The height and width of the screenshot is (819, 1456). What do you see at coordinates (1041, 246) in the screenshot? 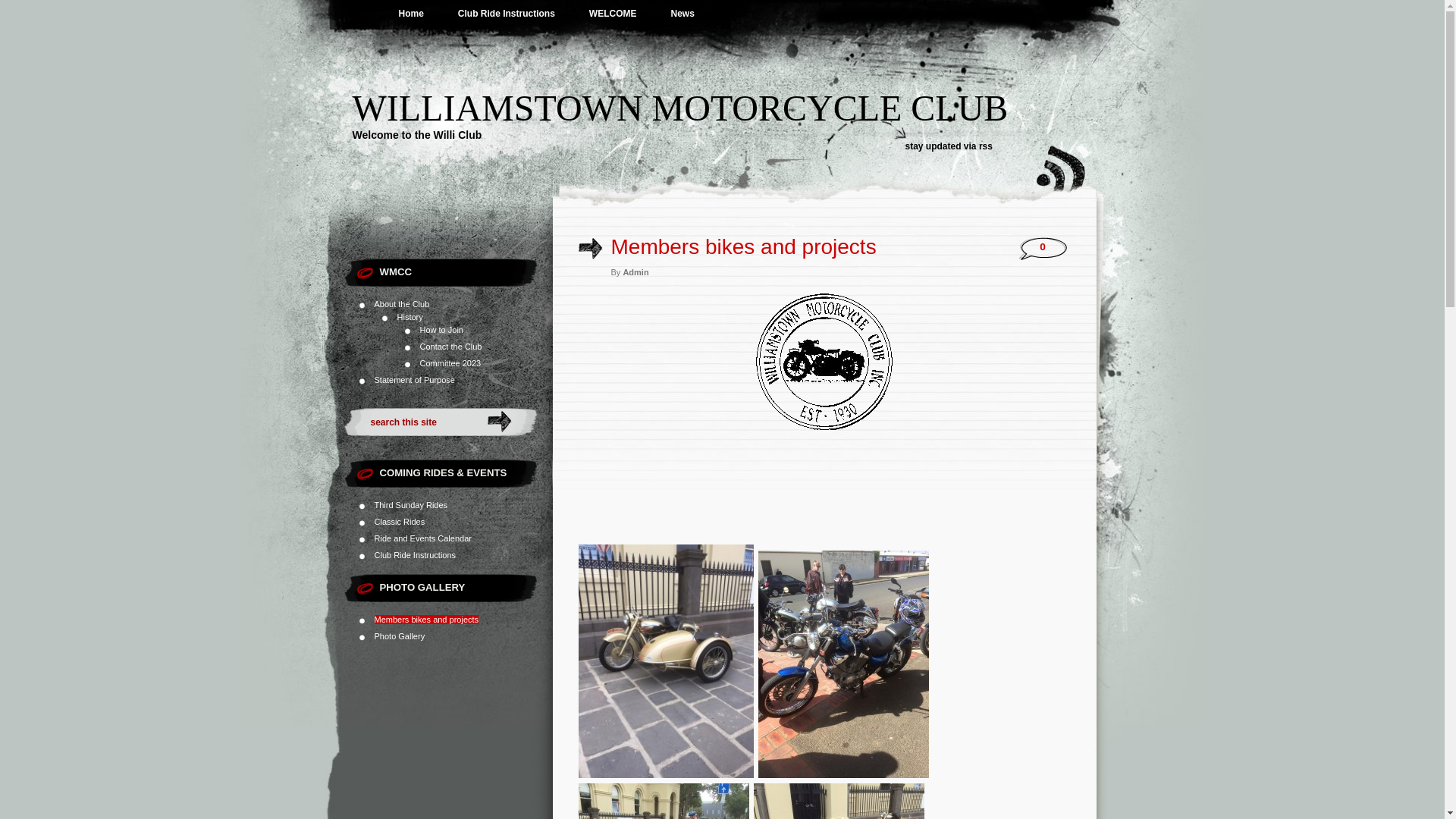
I see `'0'` at bounding box center [1041, 246].